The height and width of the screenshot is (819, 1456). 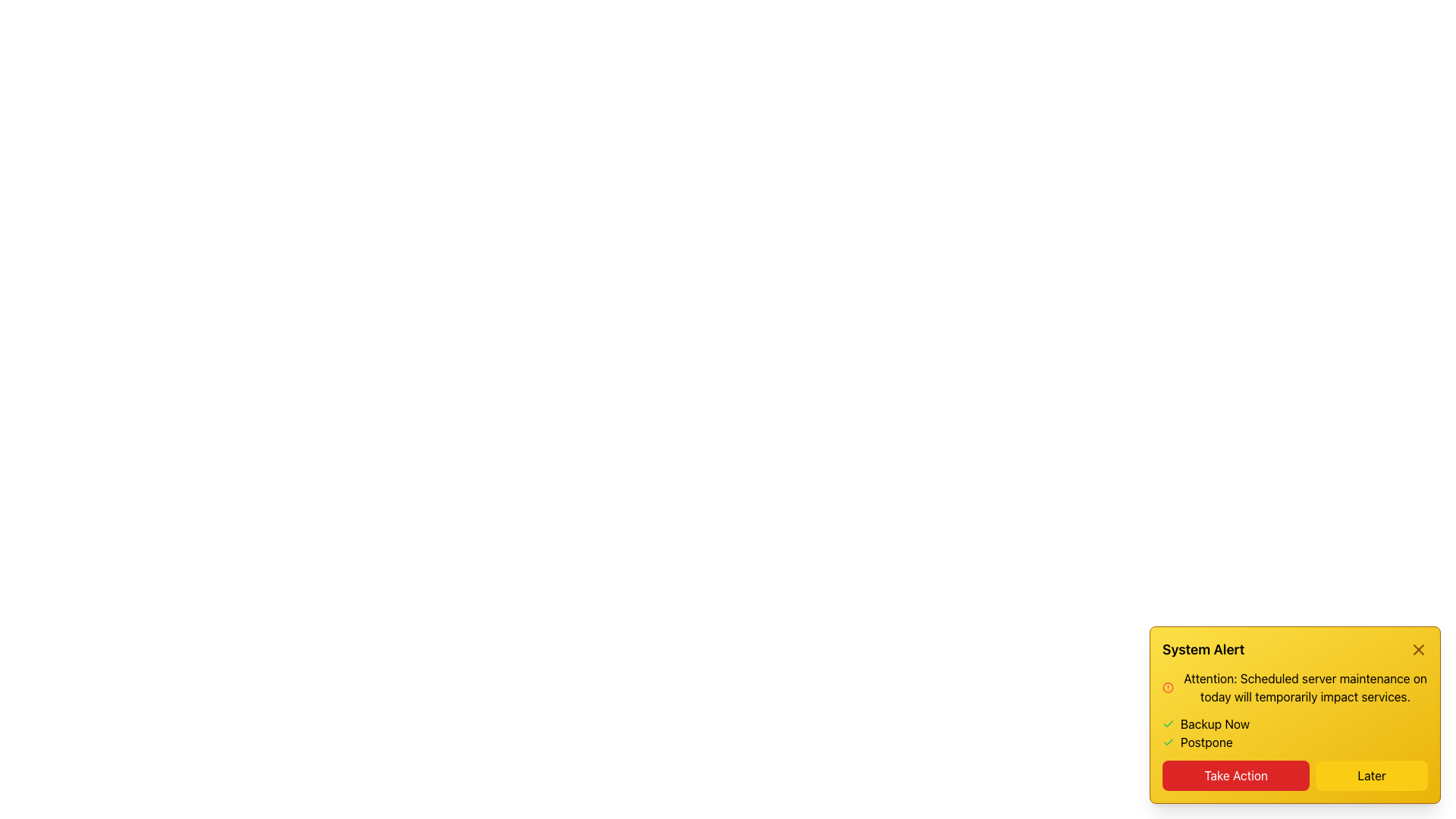 I want to click on the small green check mark icon indicating a completed action, located to the left of the 'Backup Now' text within a yellow notification box, so click(x=1167, y=723).